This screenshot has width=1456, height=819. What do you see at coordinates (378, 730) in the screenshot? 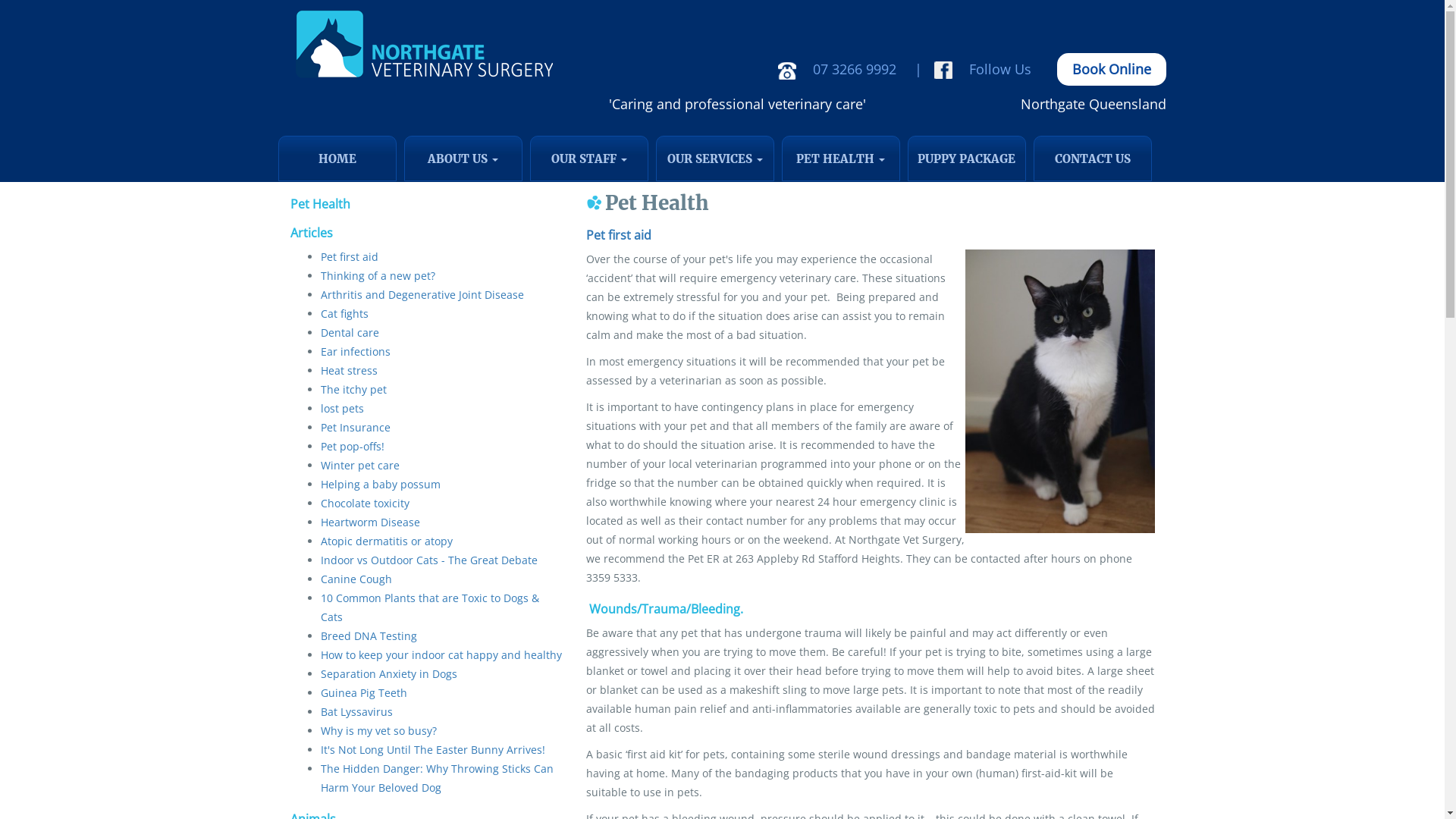
I see `'Why is my vet so busy?'` at bounding box center [378, 730].